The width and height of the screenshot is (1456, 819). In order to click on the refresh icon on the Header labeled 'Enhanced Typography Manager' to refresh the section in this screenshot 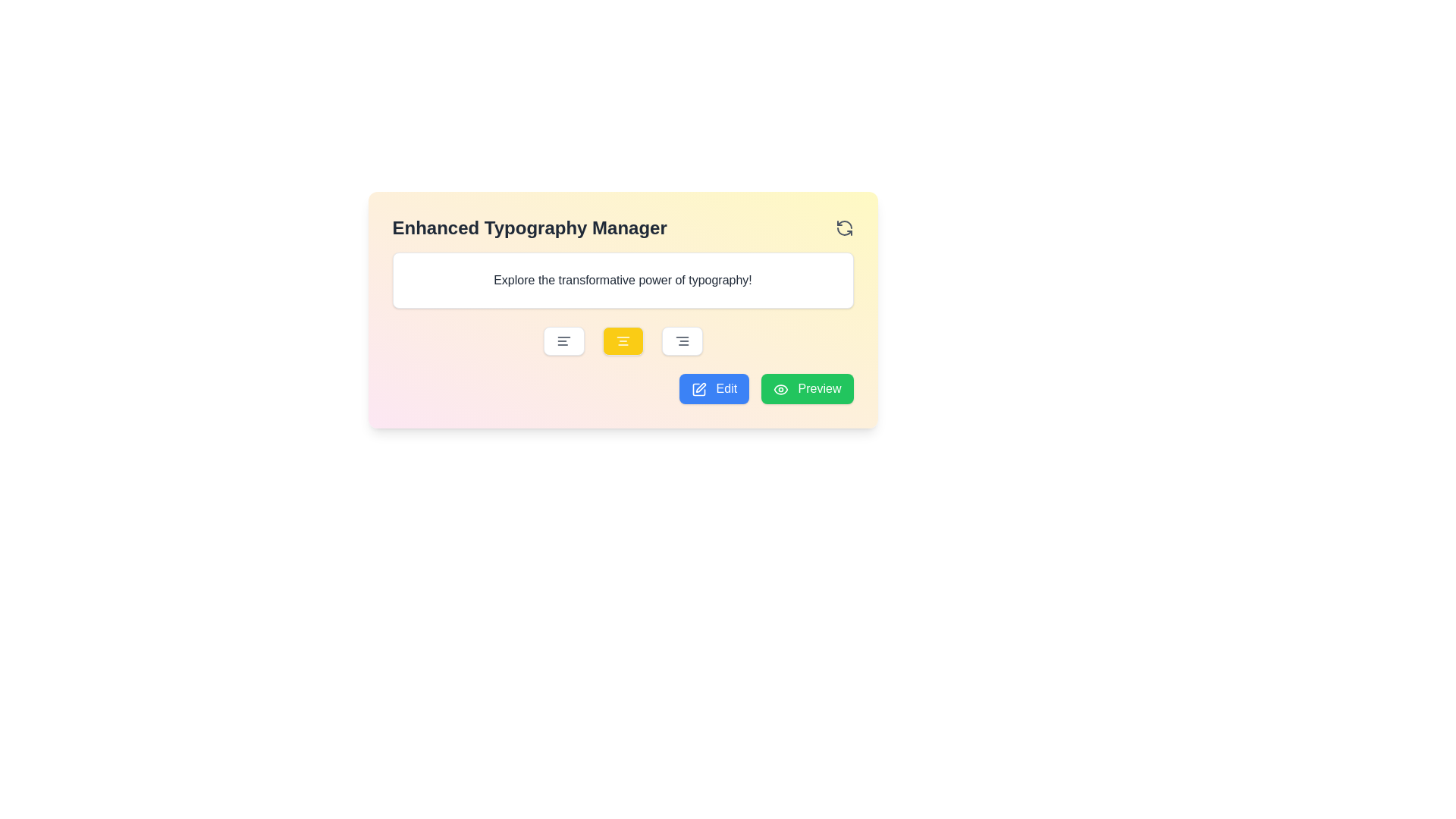, I will do `click(623, 227)`.